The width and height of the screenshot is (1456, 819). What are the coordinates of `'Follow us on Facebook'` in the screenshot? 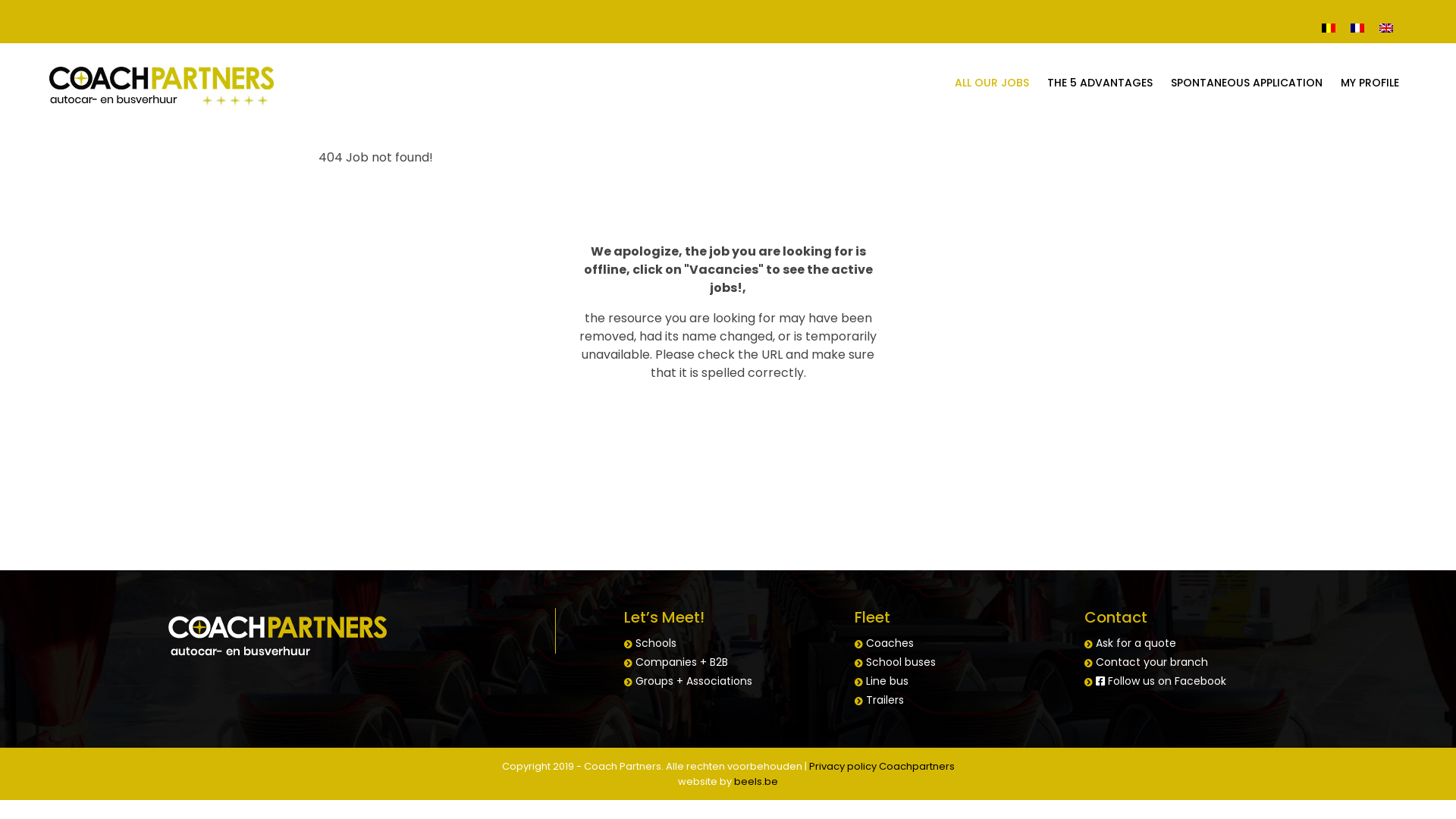 It's located at (1160, 680).